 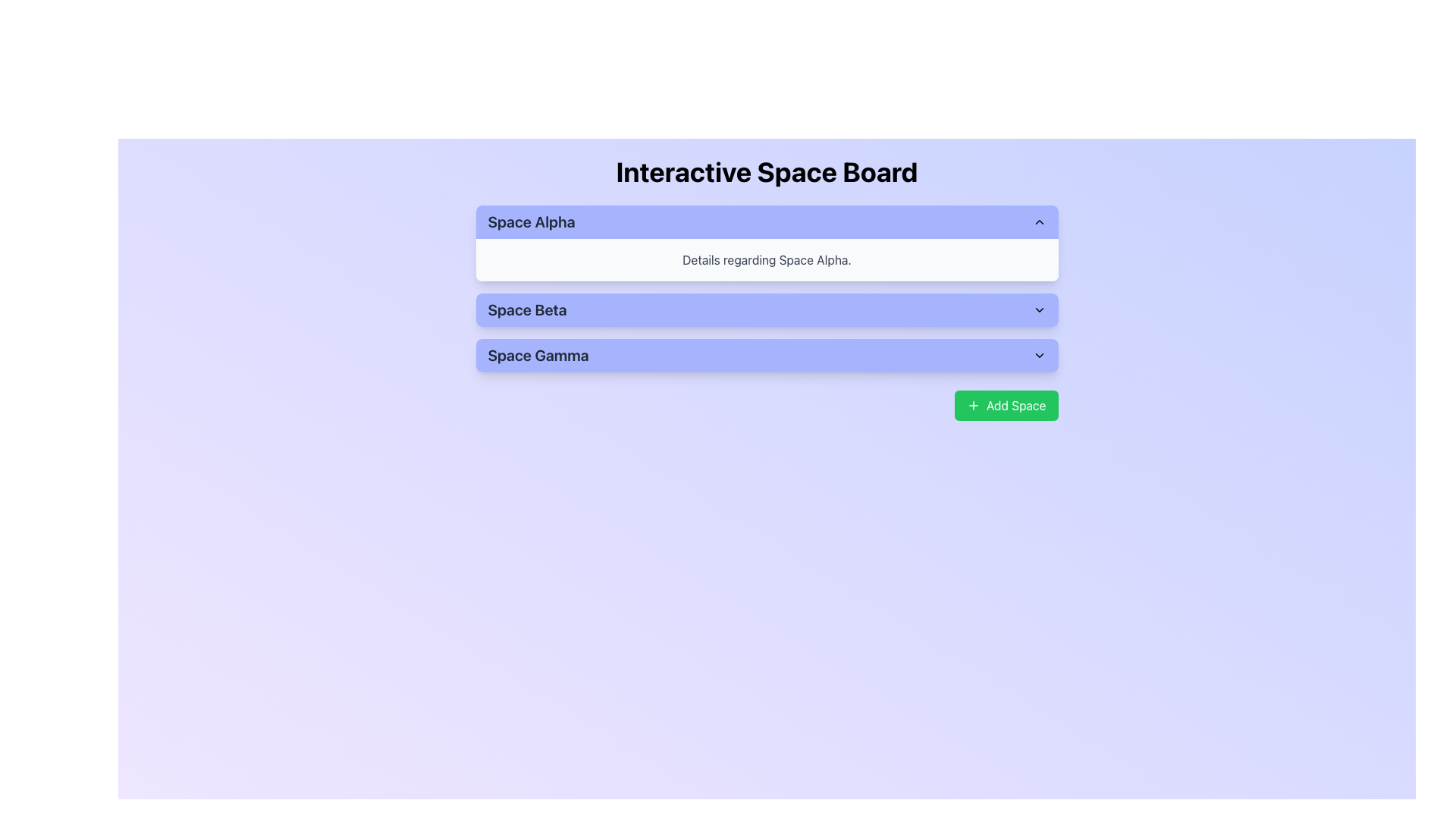 What do you see at coordinates (1038, 309) in the screenshot?
I see `the small downward-pointing chevron icon located to the far right of the 'Space Beta' text` at bounding box center [1038, 309].